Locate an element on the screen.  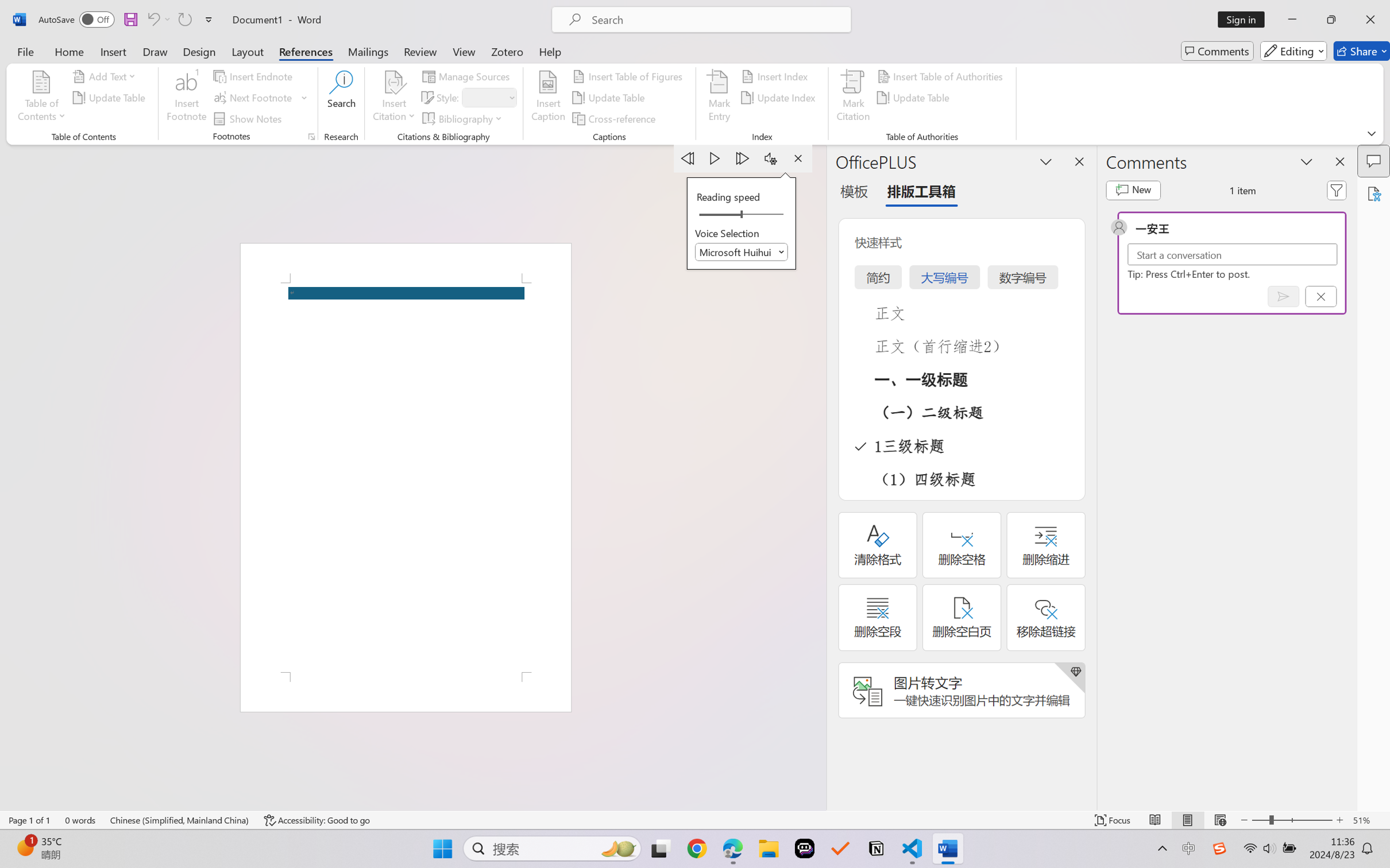
'Reading speed' is located at coordinates (740, 215).